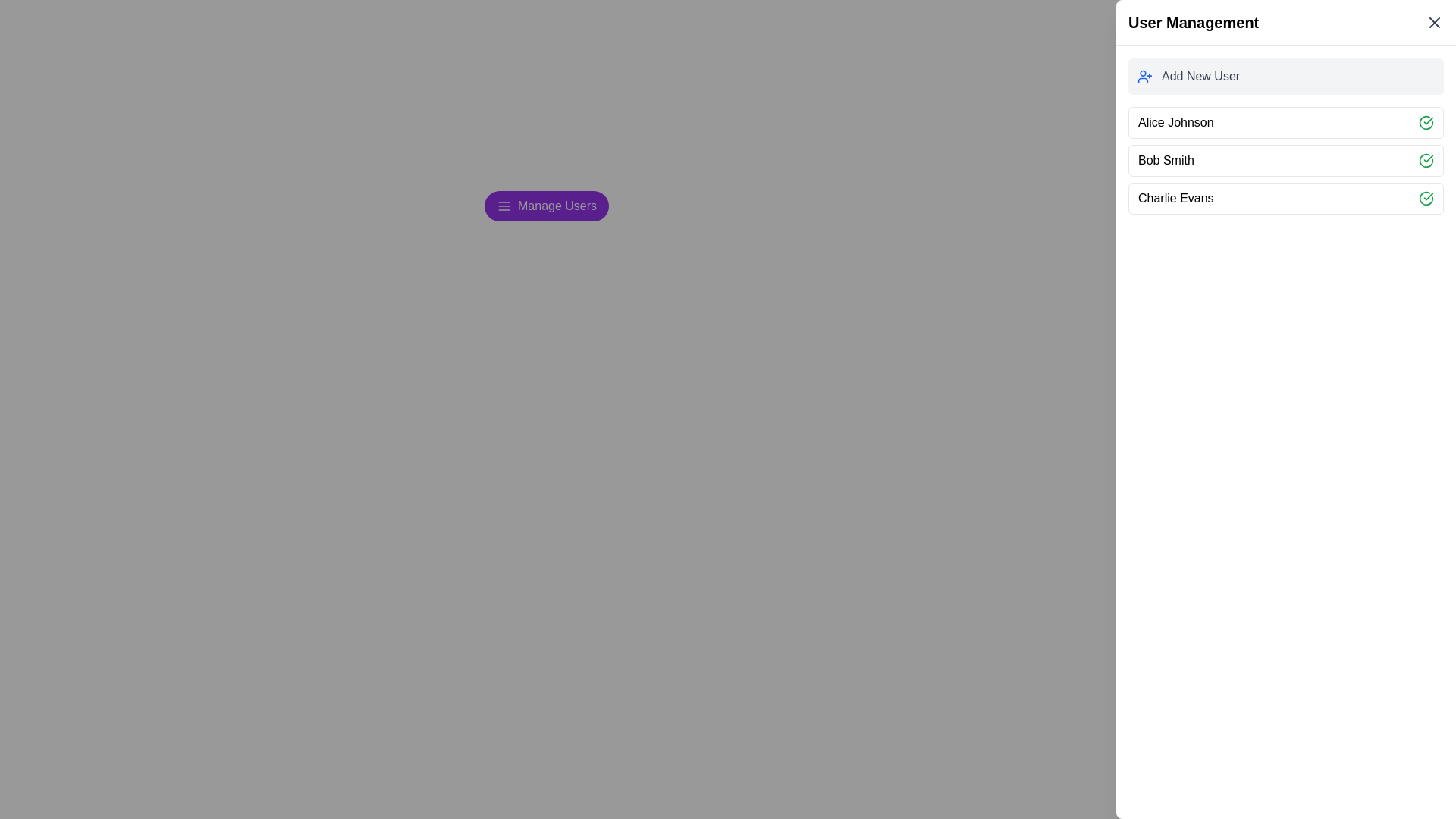 The height and width of the screenshot is (819, 1456). What do you see at coordinates (1426, 122) in the screenshot?
I see `the checkmark icon in the User Management section, which is located next to the 'Alice Johnson' user entry` at bounding box center [1426, 122].